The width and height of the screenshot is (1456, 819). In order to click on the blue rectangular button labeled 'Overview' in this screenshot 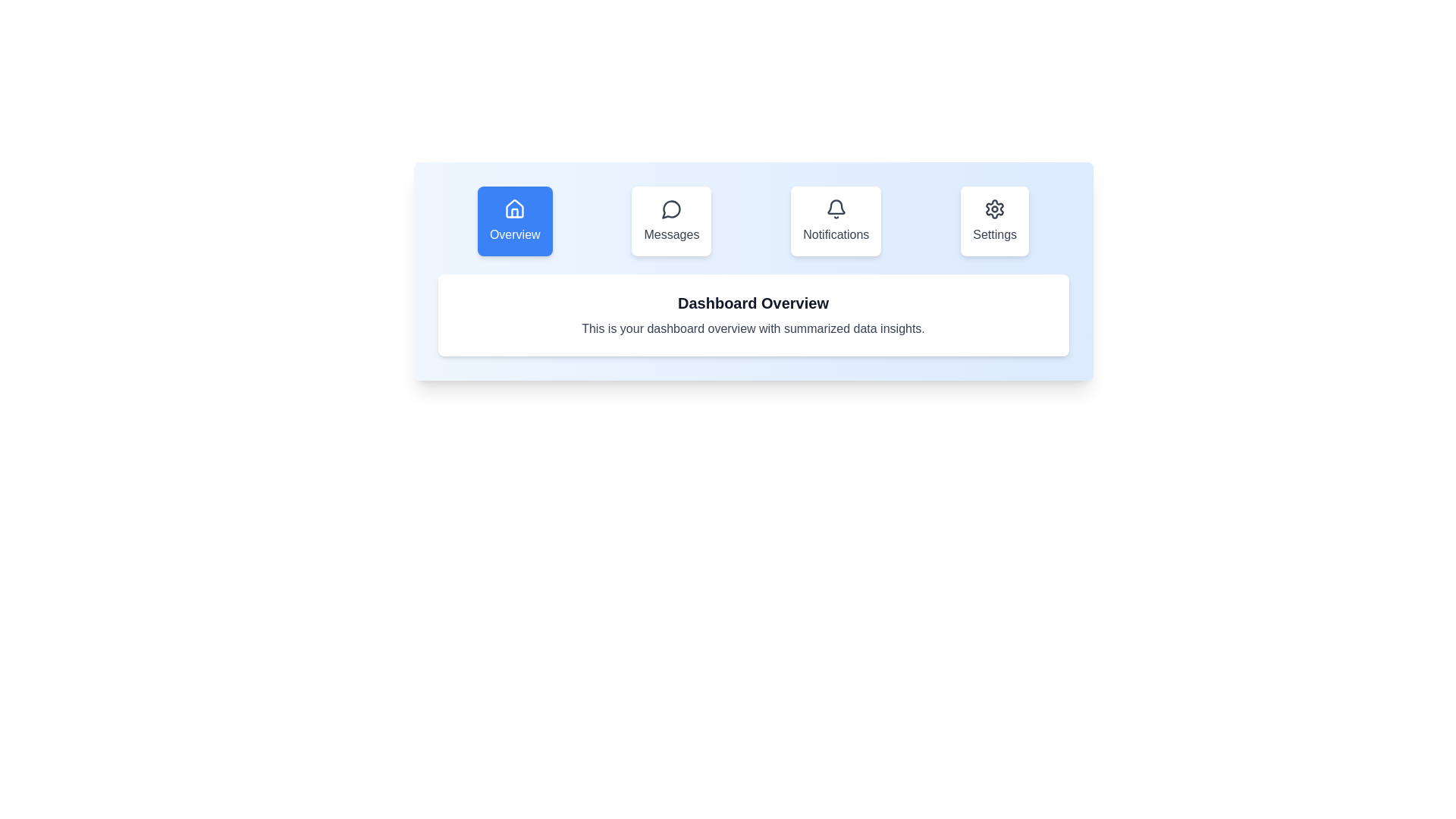, I will do `click(515, 221)`.